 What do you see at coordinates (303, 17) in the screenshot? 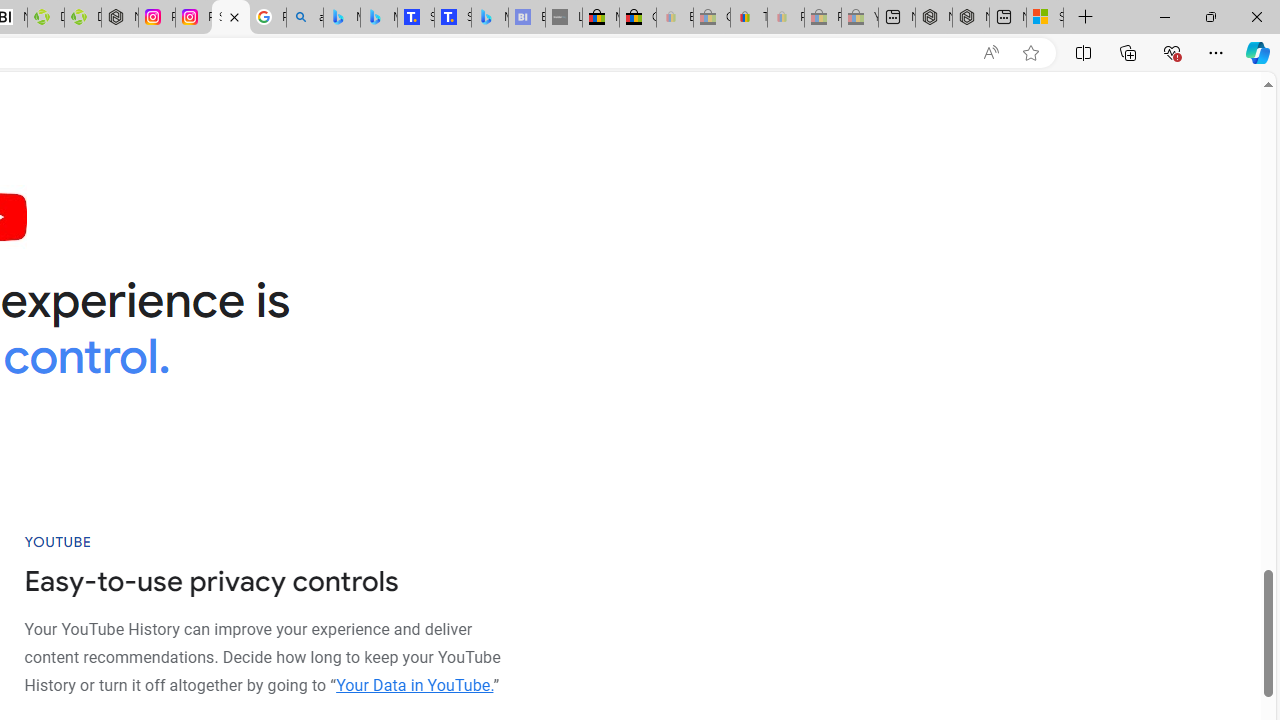
I see `'alabama high school quarterback dies - Search'` at bounding box center [303, 17].